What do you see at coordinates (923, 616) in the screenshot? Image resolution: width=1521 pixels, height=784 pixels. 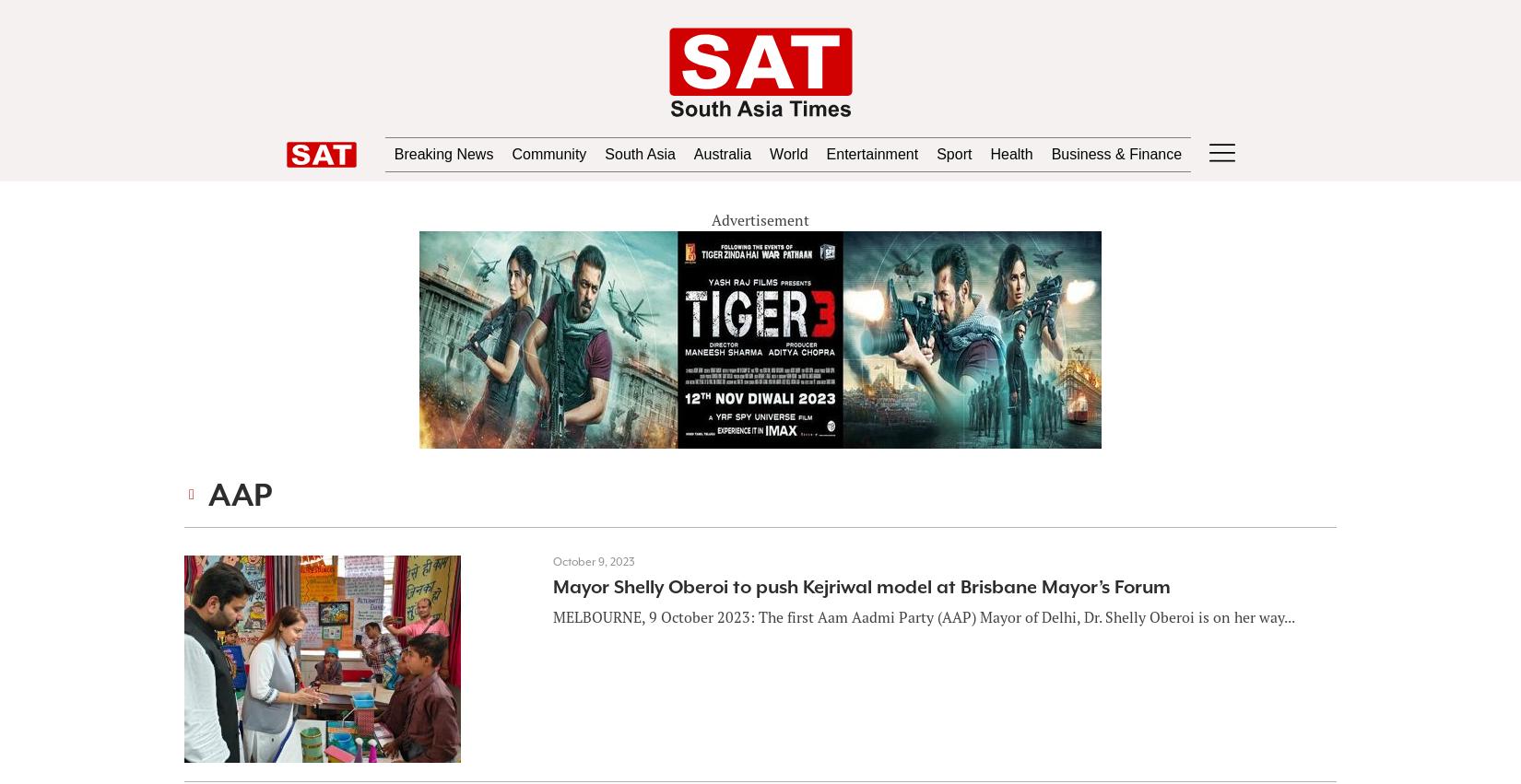 I see `'MELBOURNE, 9 October 2023: The first Aam Aadmi Party (AAP) Mayor of Delhi, Dr. Shelly Oberoi is on her way...'` at bounding box center [923, 616].